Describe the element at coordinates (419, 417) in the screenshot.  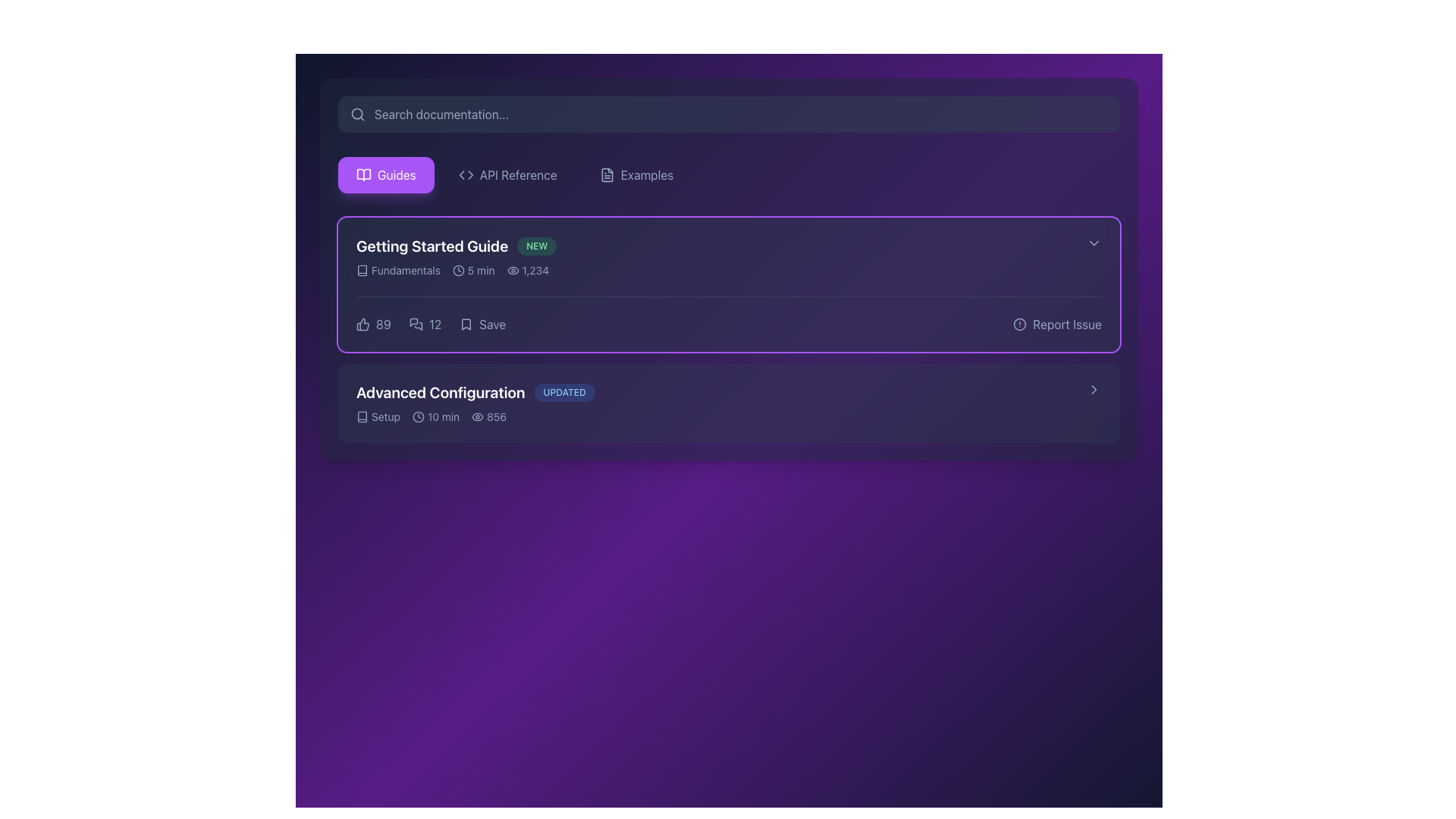
I see `the minimalist clock icon located to the left of the '10 min' text in the 'Advanced Configuration' section` at that location.